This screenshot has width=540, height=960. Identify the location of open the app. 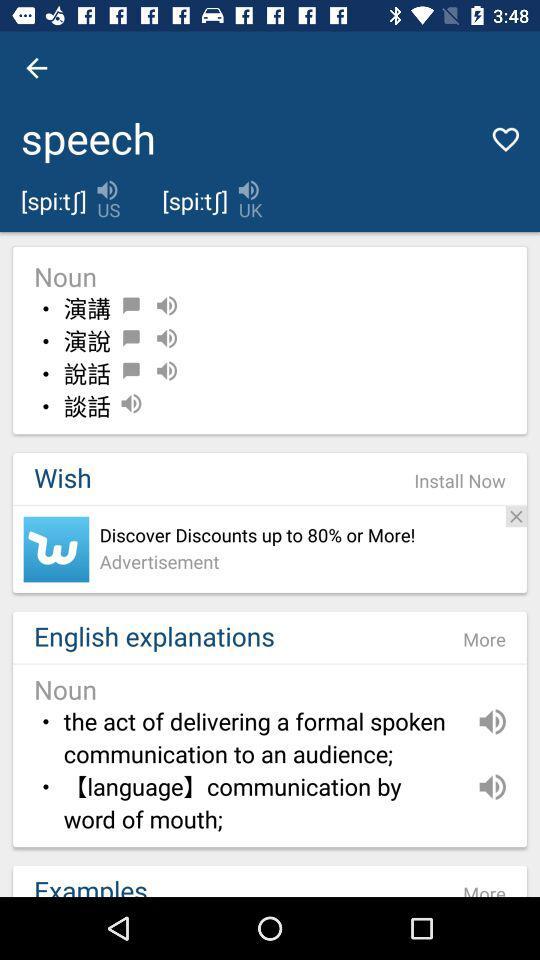
(56, 549).